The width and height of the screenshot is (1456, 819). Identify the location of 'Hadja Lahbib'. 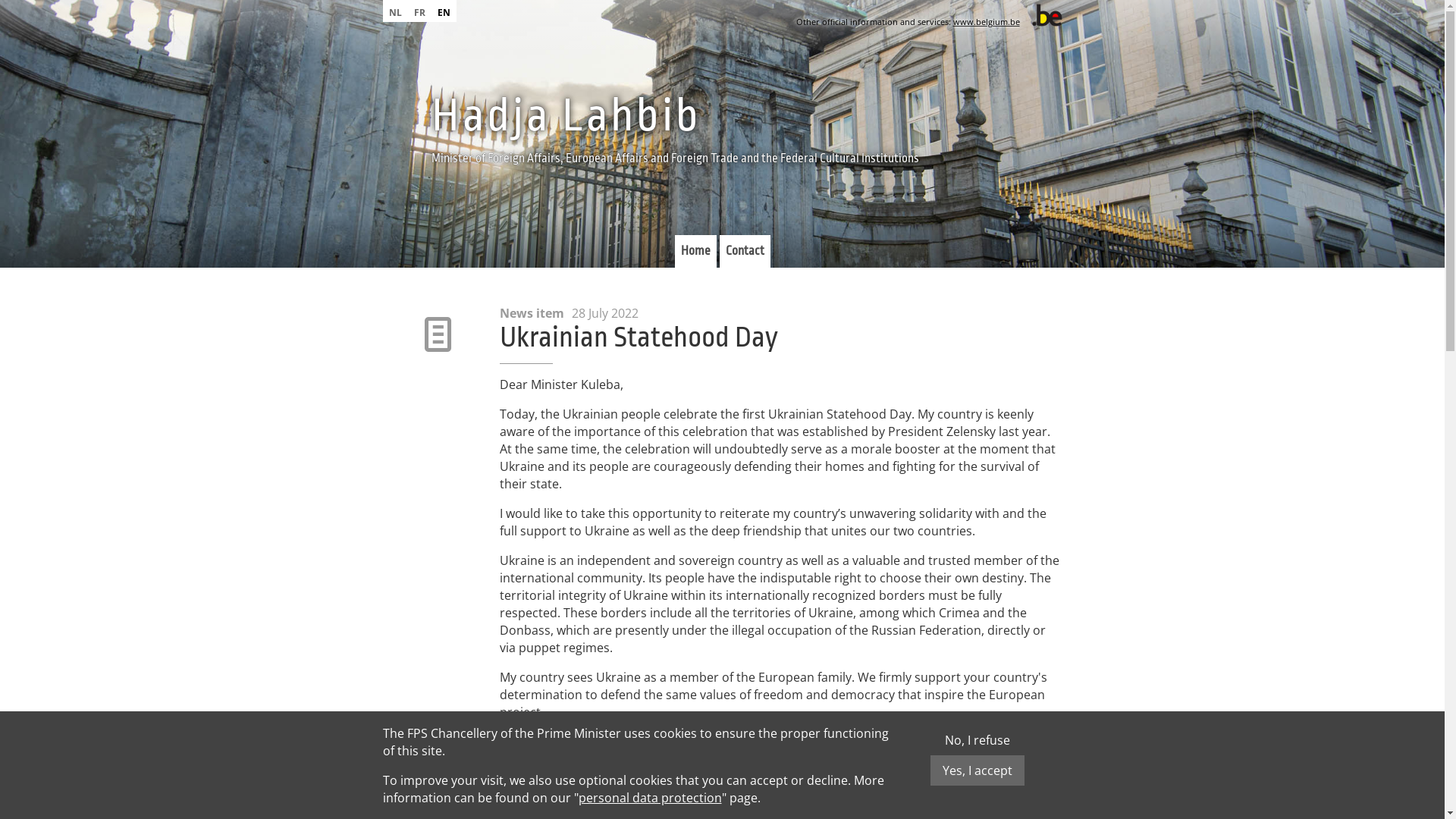
(429, 115).